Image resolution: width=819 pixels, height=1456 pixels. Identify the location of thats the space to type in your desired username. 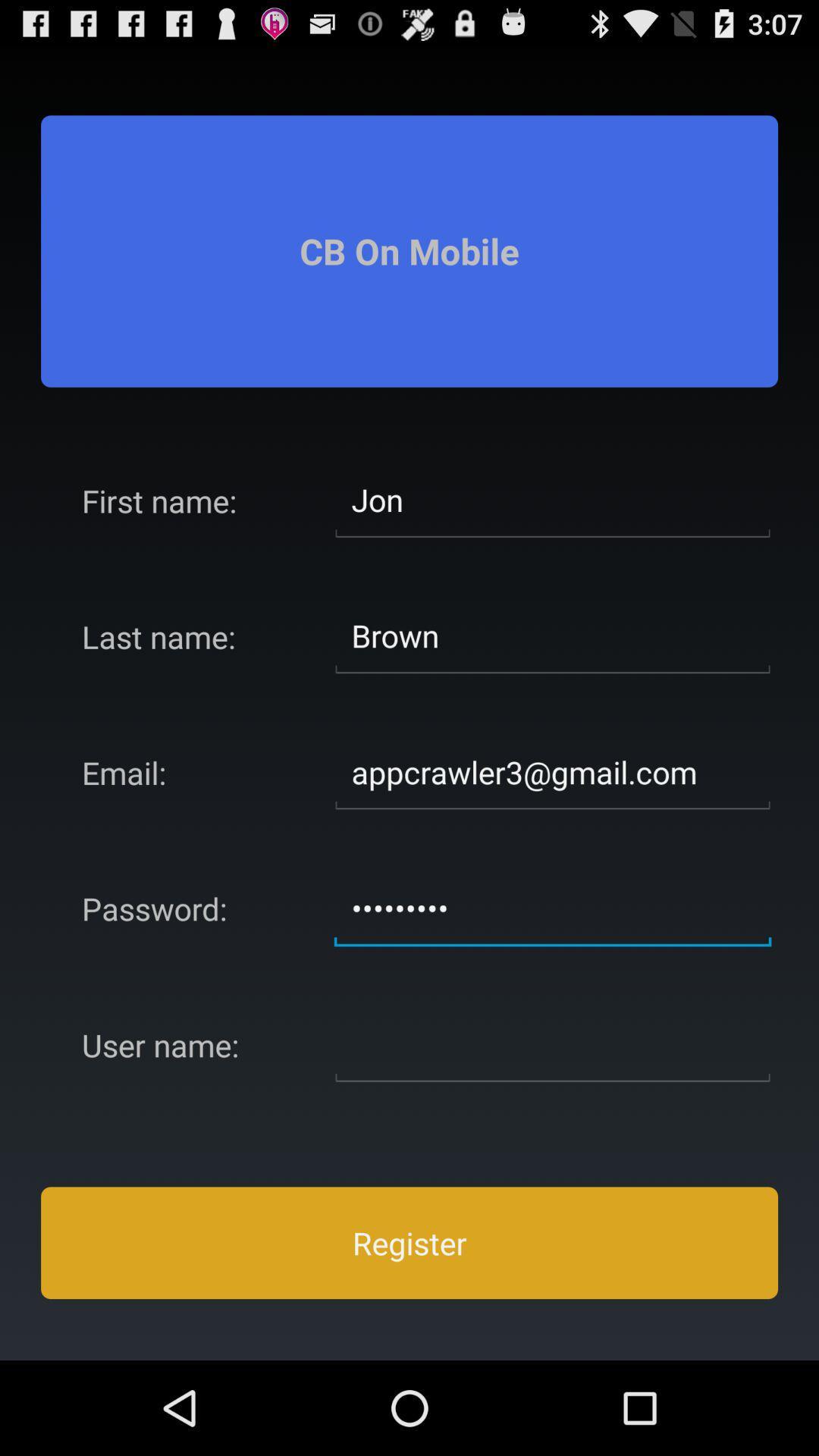
(553, 1043).